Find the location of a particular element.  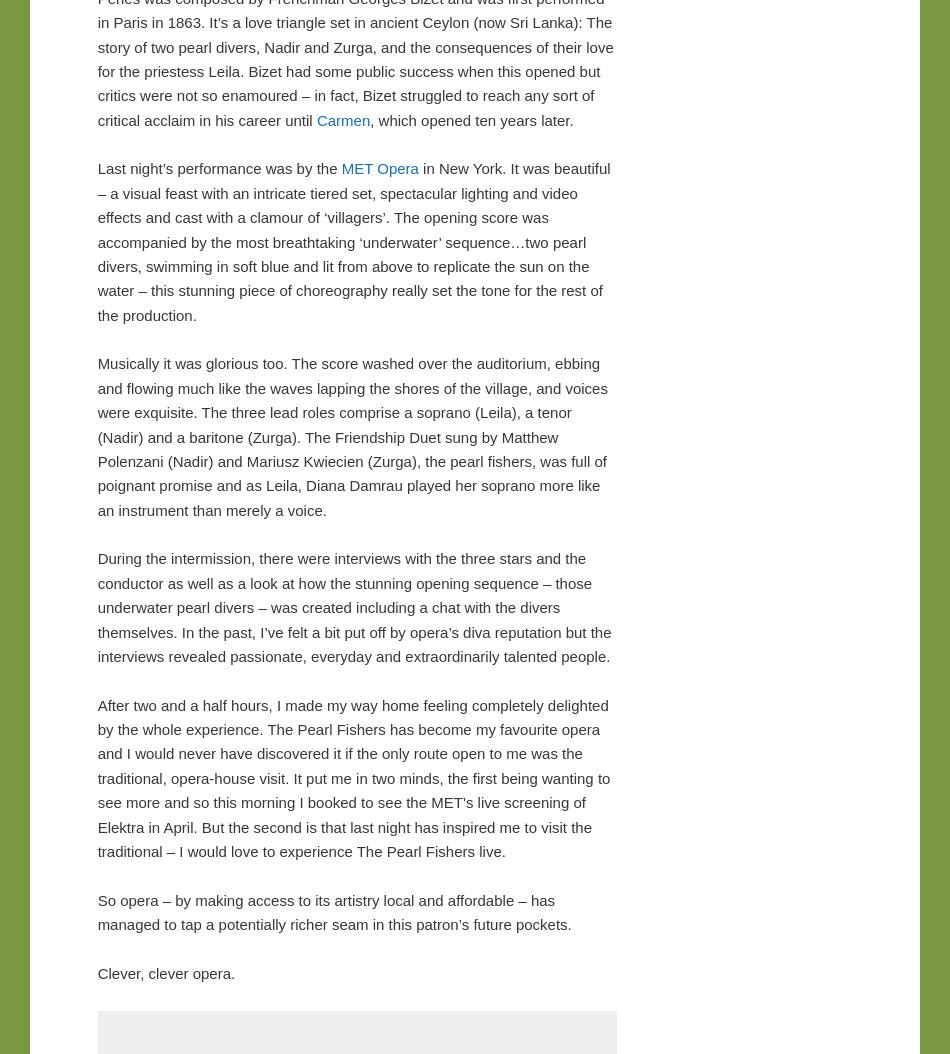

'MET Opera' is located at coordinates (378, 167).